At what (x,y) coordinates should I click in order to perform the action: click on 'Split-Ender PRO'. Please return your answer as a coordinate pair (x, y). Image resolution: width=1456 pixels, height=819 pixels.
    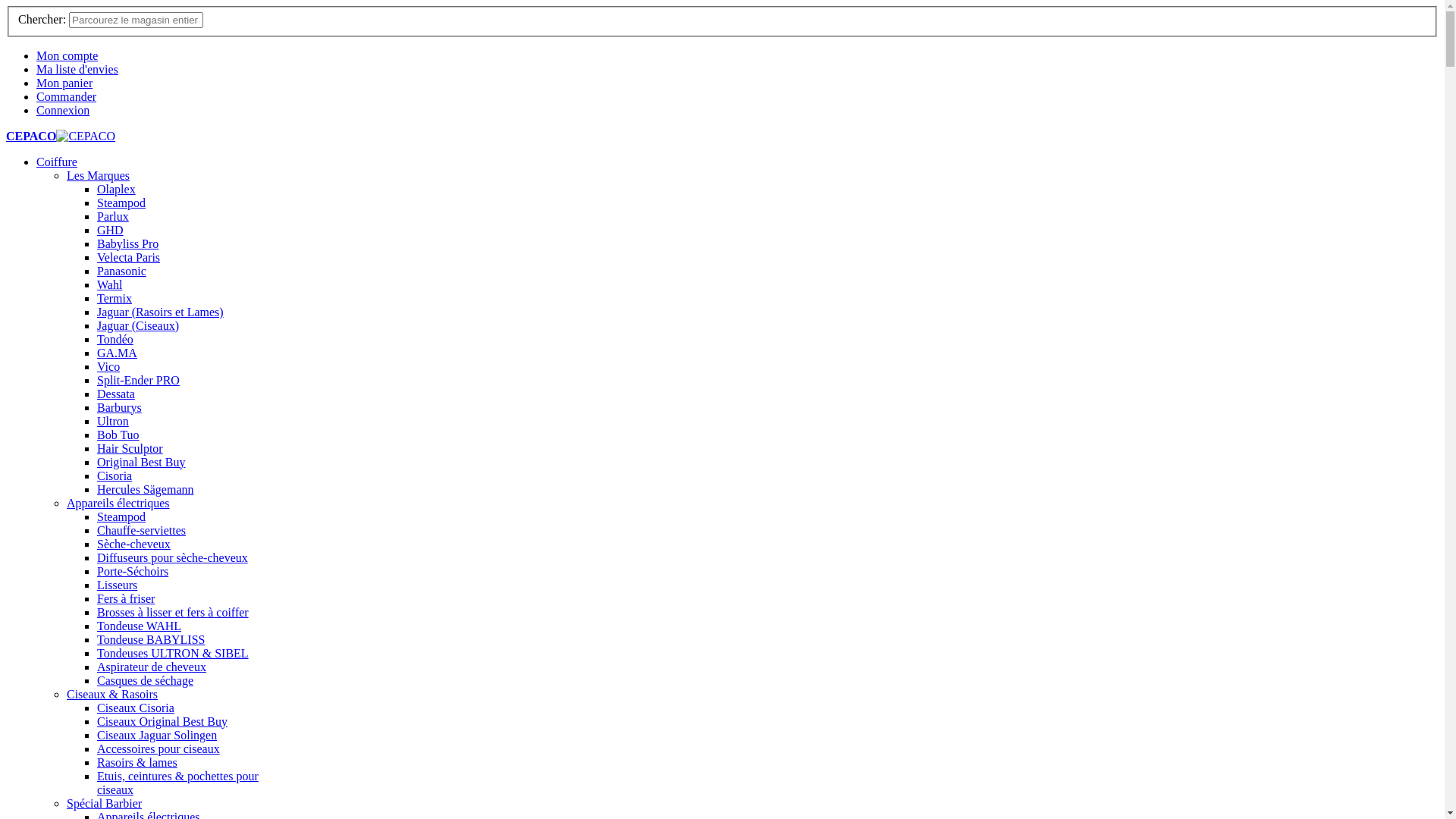
    Looking at the image, I should click on (138, 379).